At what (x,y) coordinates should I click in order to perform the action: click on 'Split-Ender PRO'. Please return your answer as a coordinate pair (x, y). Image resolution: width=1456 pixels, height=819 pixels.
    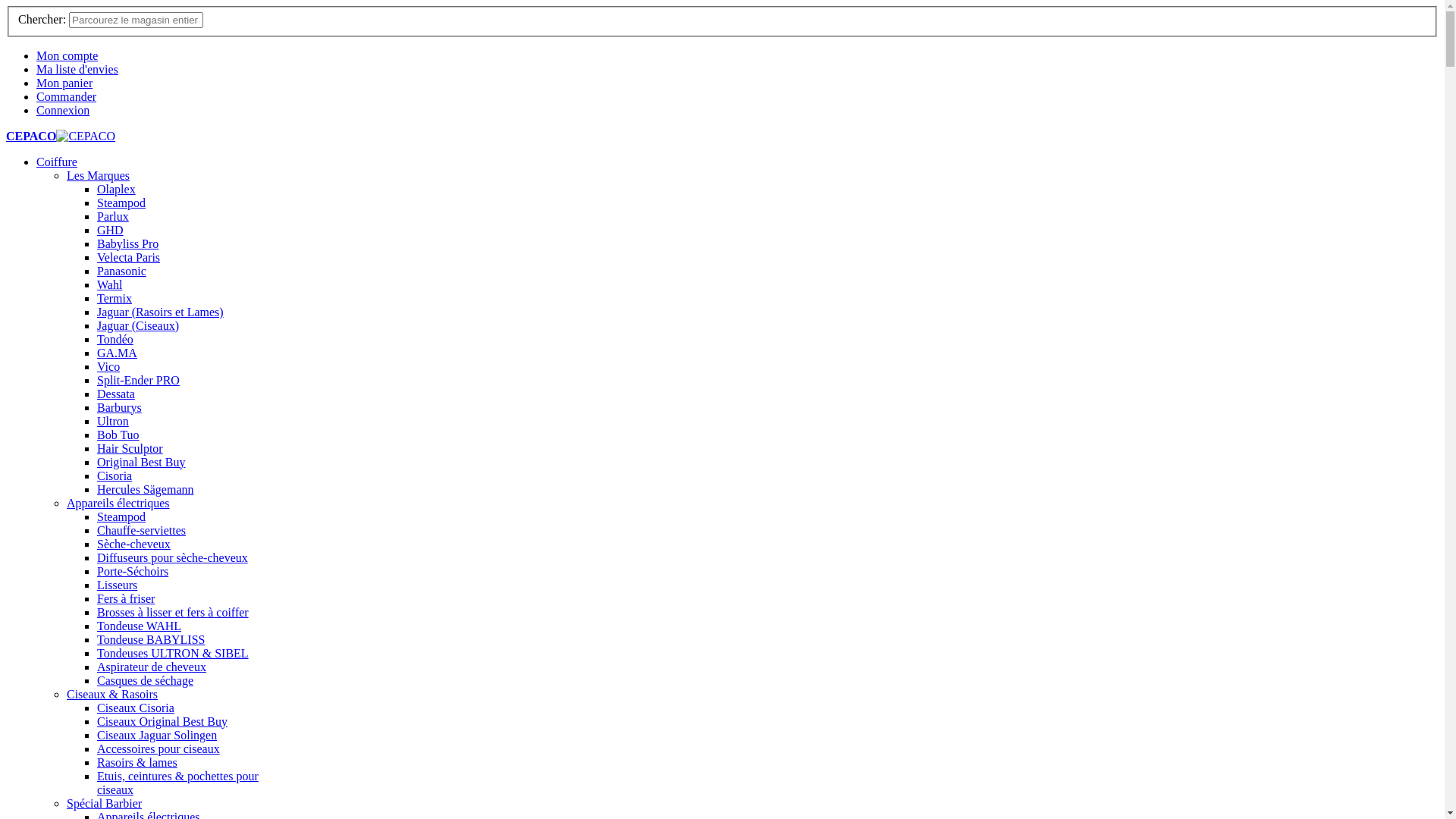
    Looking at the image, I should click on (138, 379).